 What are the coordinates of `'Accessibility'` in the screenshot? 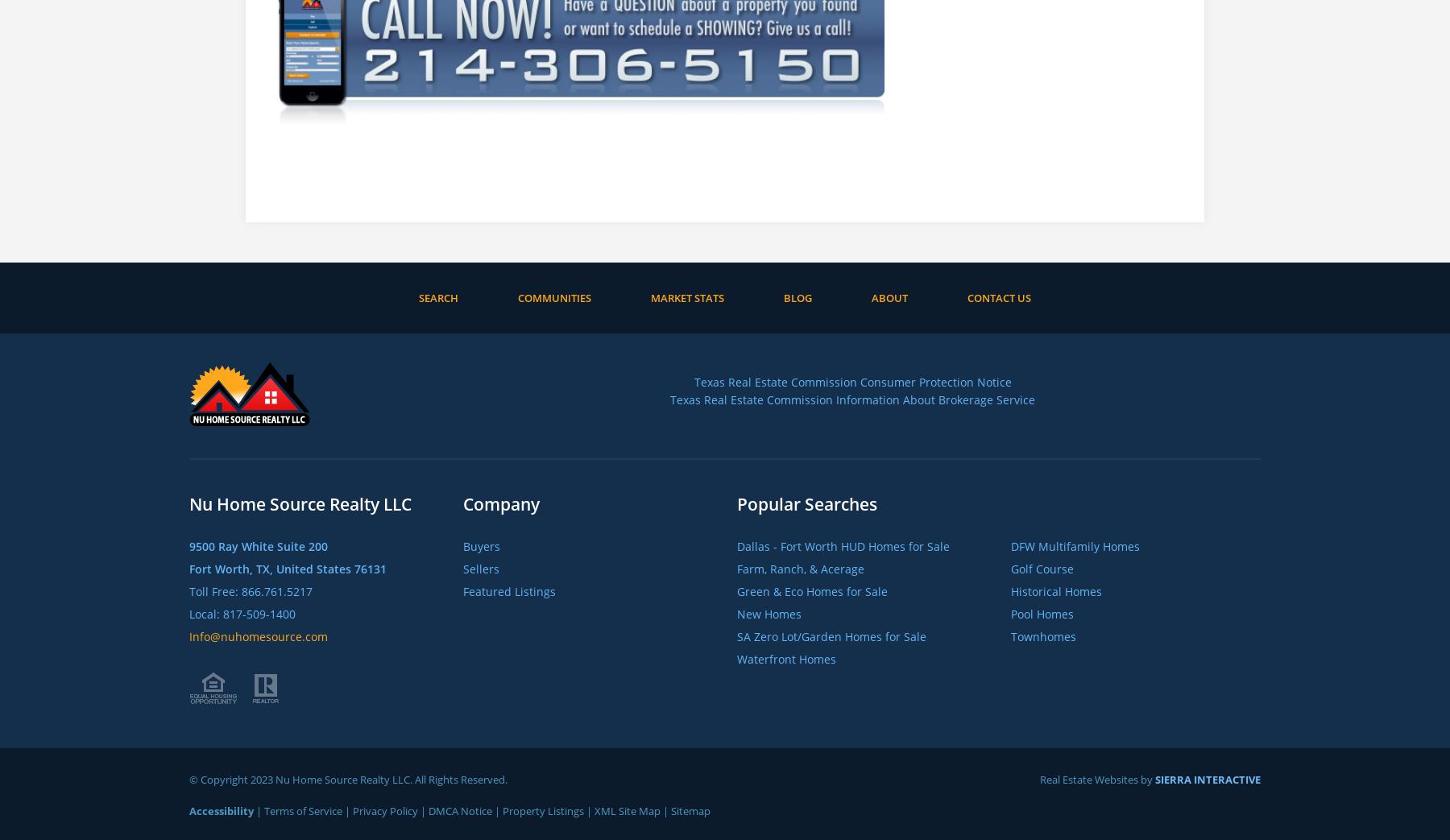 It's located at (221, 809).